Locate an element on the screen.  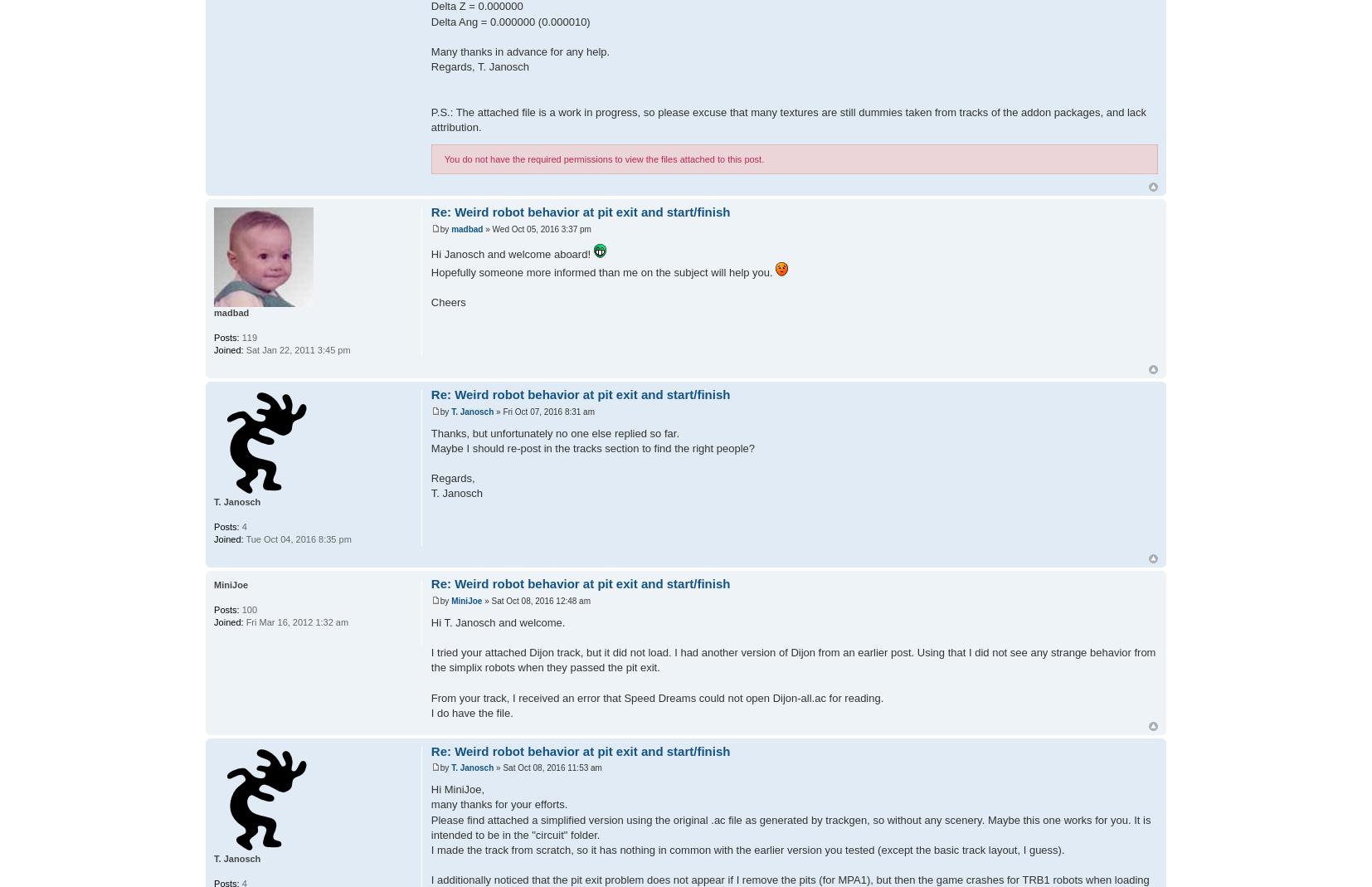
'Hi T. Janosch and welcome.' is located at coordinates (498, 621).